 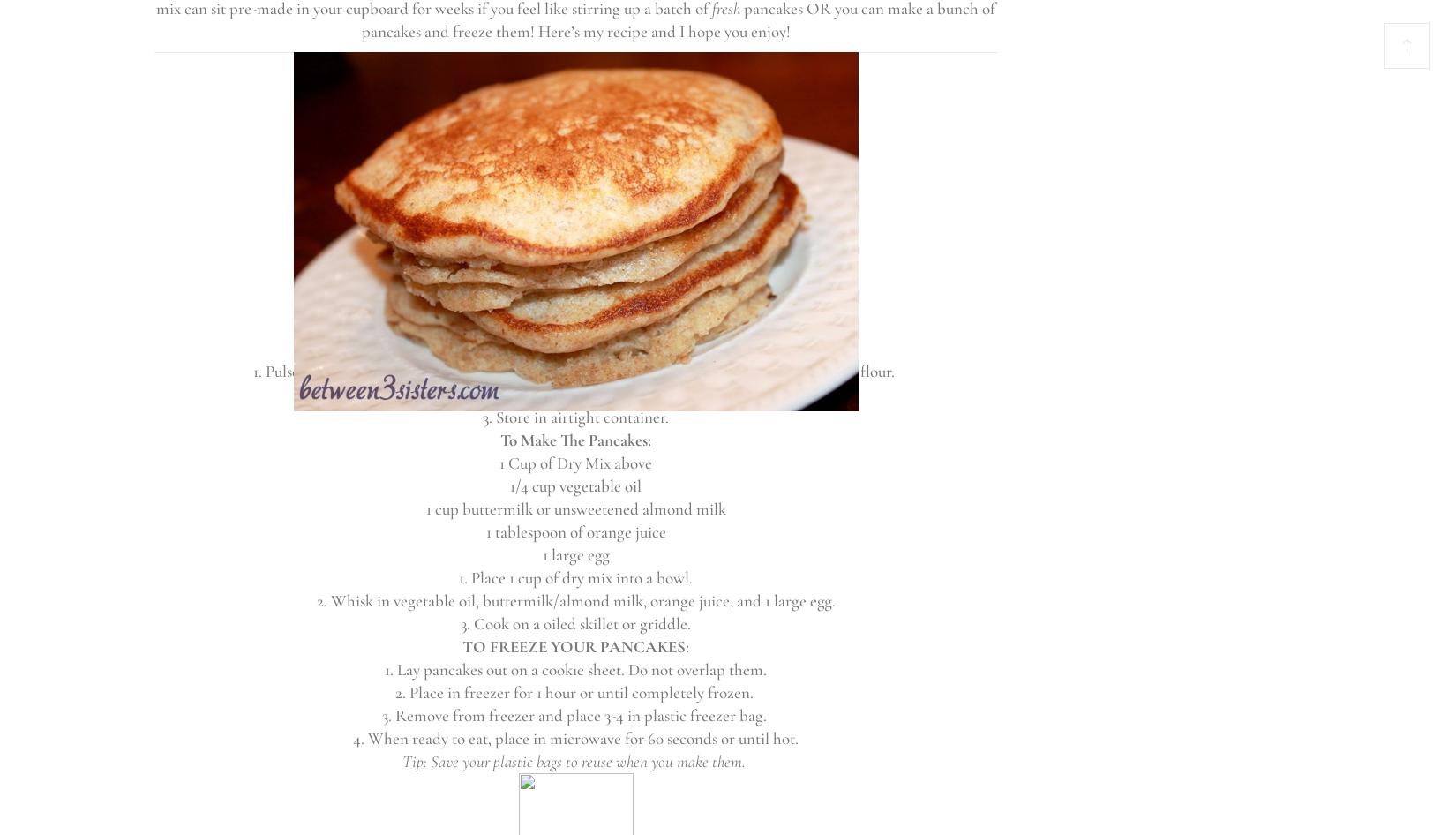 I want to click on '1/4 cup vegetable oil', so click(x=574, y=485).